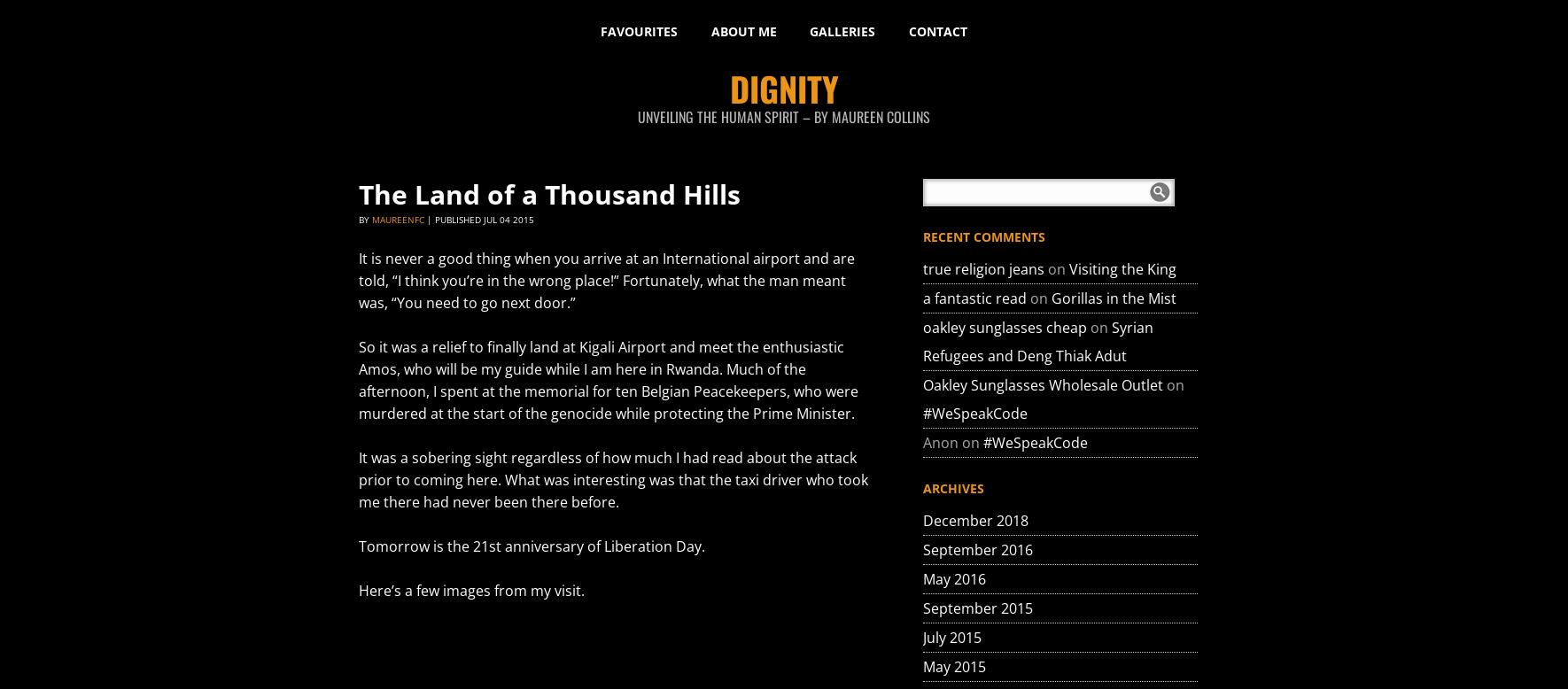  Describe the element at coordinates (357, 380) in the screenshot. I see `'So it was a relief to finally land at Kigali Airport and meet the enthusiastic Amos, who will be my guide while I am here in Rwanda. Much of the afternoon, I spent at the memorial for ten Belgian Peacekeepers, who were murdered at the start of the genocide while protecting the Prime Minister.'` at that location.